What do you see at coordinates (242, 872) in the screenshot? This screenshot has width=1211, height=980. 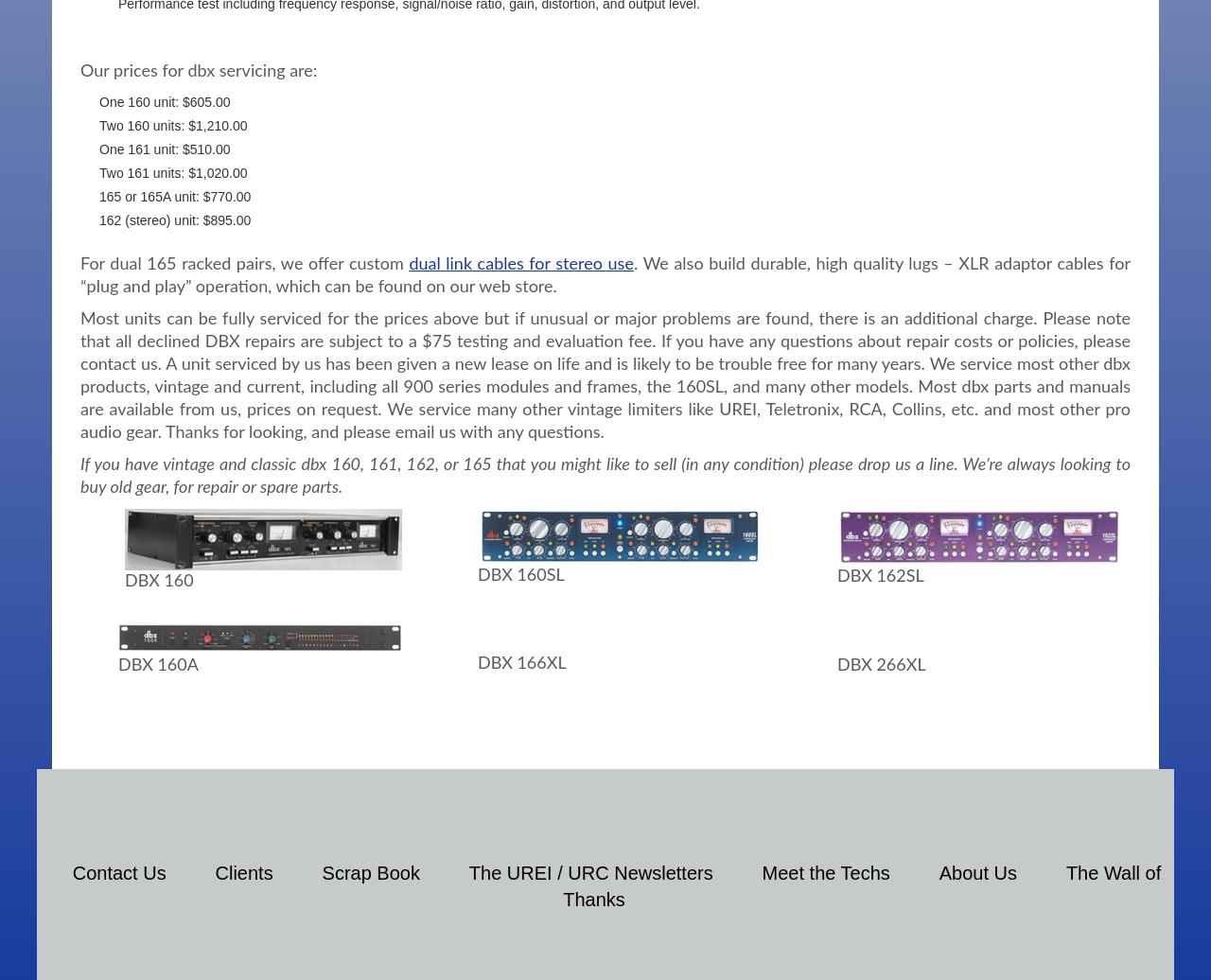 I see `'Clients'` at bounding box center [242, 872].